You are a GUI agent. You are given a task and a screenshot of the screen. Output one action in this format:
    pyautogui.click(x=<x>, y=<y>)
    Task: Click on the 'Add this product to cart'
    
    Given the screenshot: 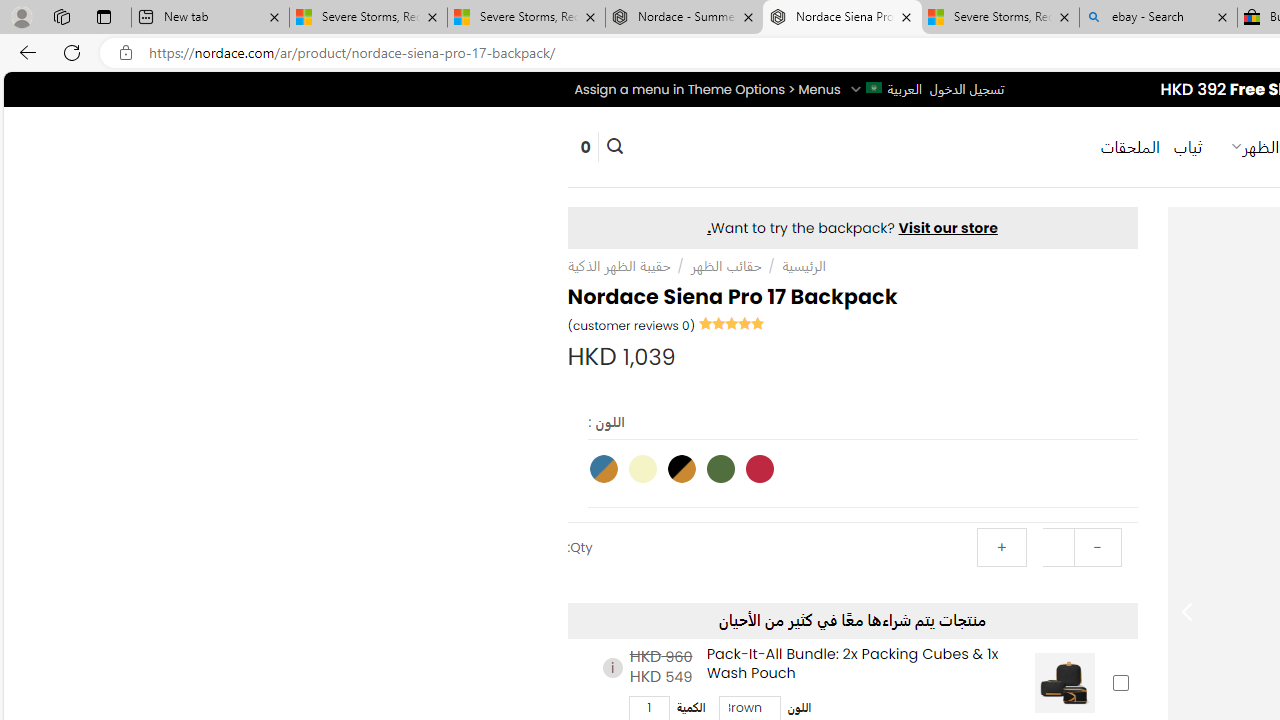 What is the action you would take?
    pyautogui.click(x=1120, y=681)
    